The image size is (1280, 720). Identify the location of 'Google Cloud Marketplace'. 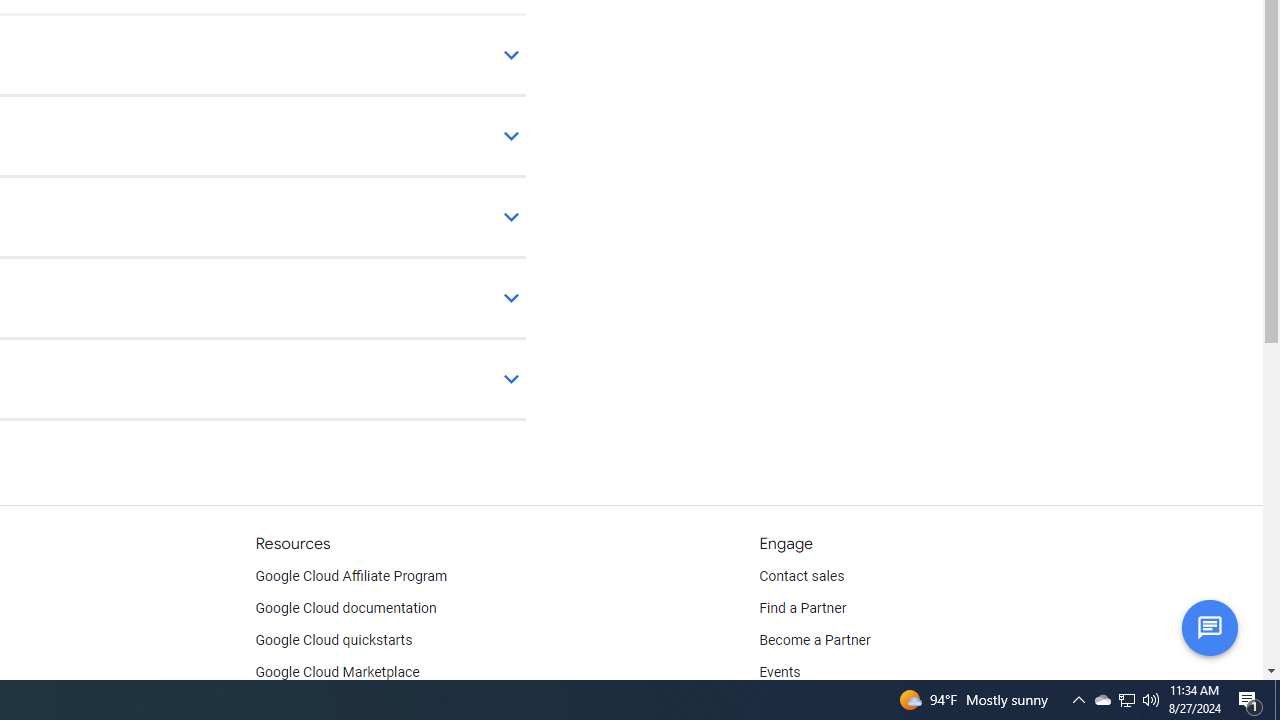
(337, 672).